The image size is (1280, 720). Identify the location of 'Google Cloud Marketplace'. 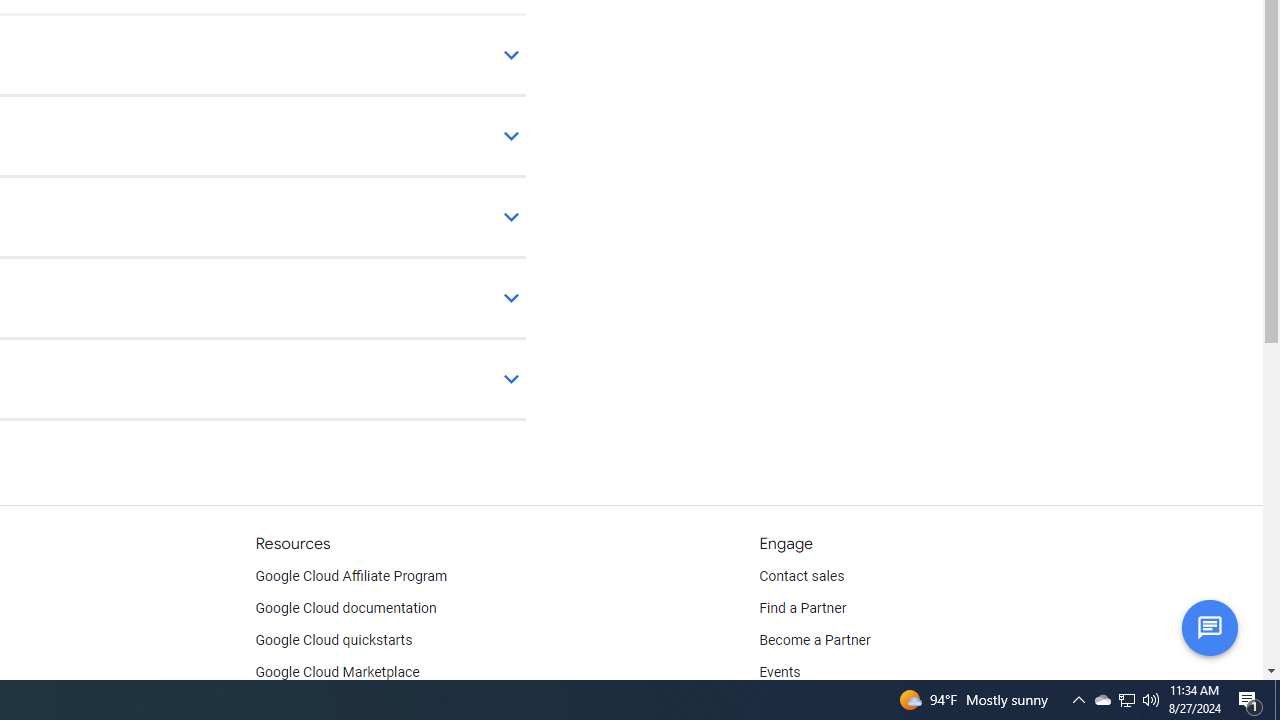
(337, 672).